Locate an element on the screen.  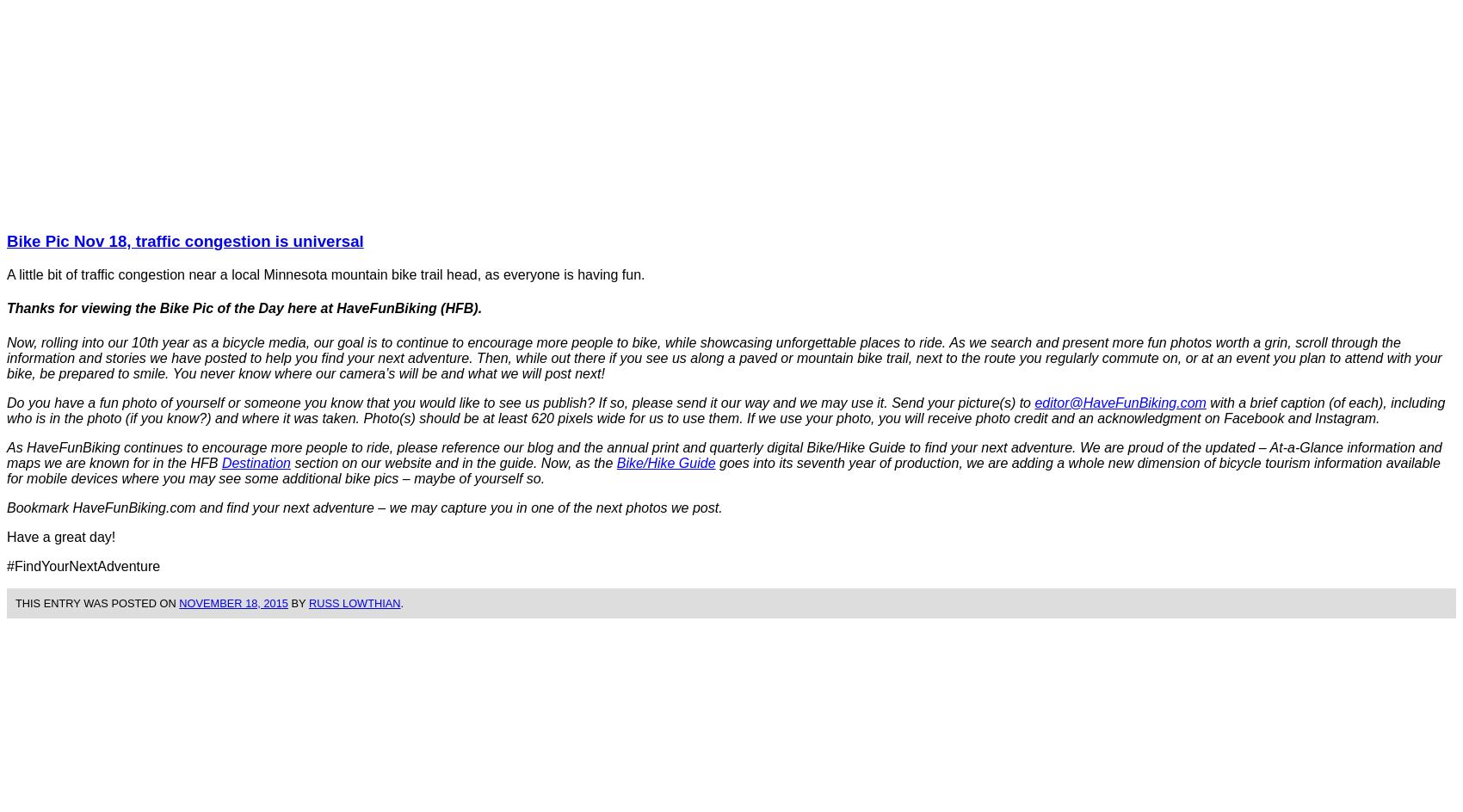
'.' is located at coordinates (401, 601).